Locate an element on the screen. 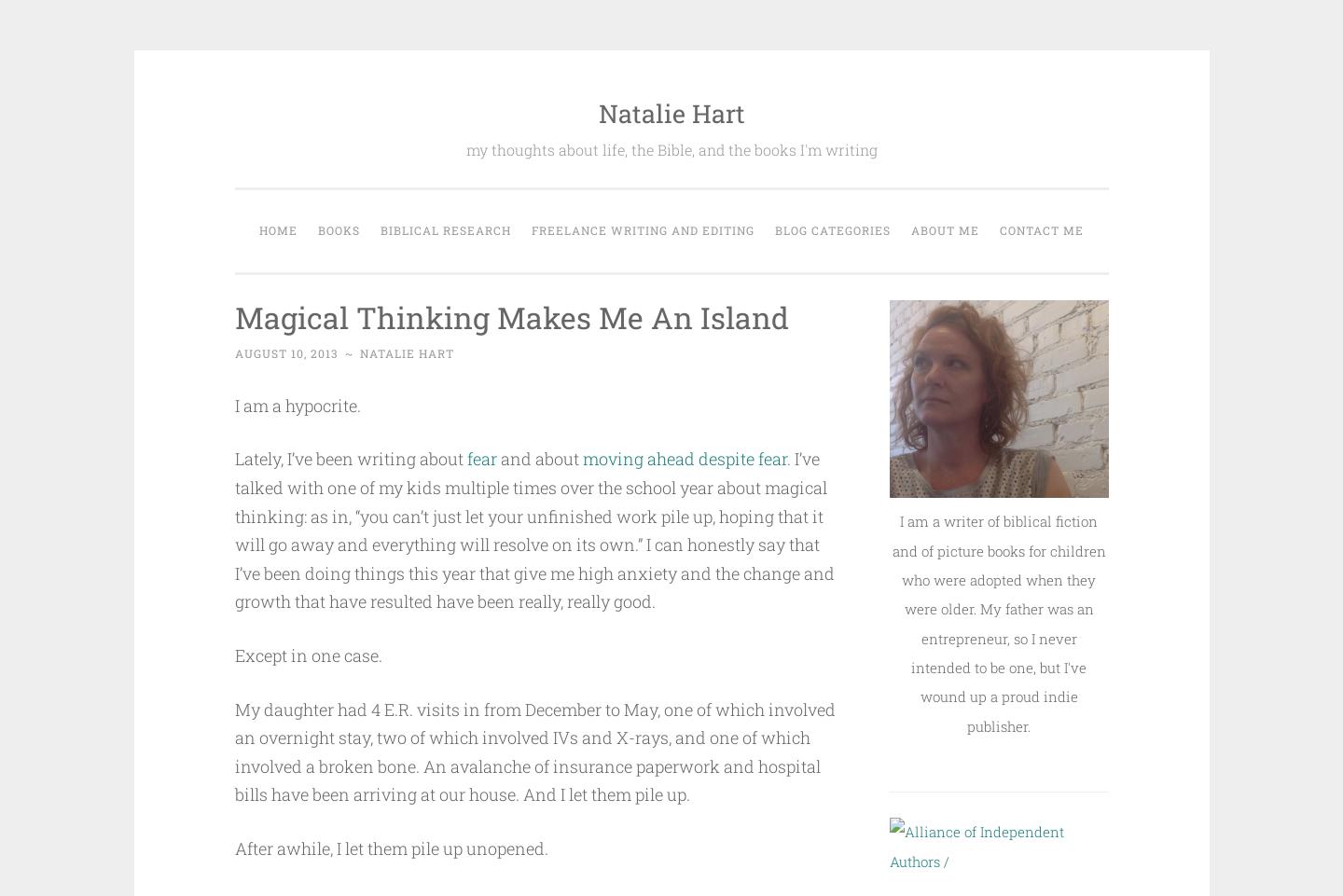  'Blog Categories' is located at coordinates (831, 228).